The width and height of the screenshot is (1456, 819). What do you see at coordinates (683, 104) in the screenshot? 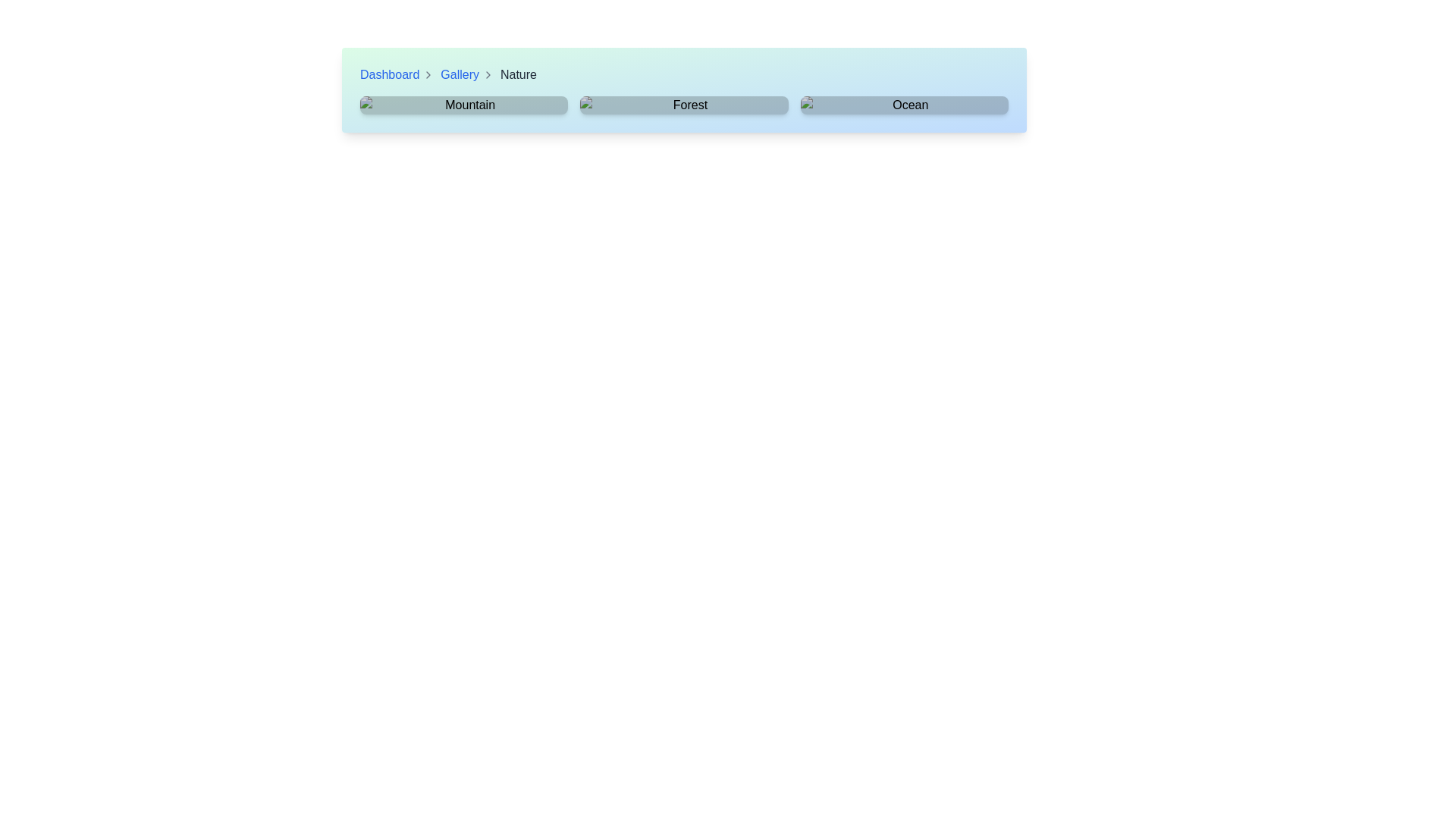
I see `the second compartment of the grid item containing nature type icons (Forest)` at bounding box center [683, 104].